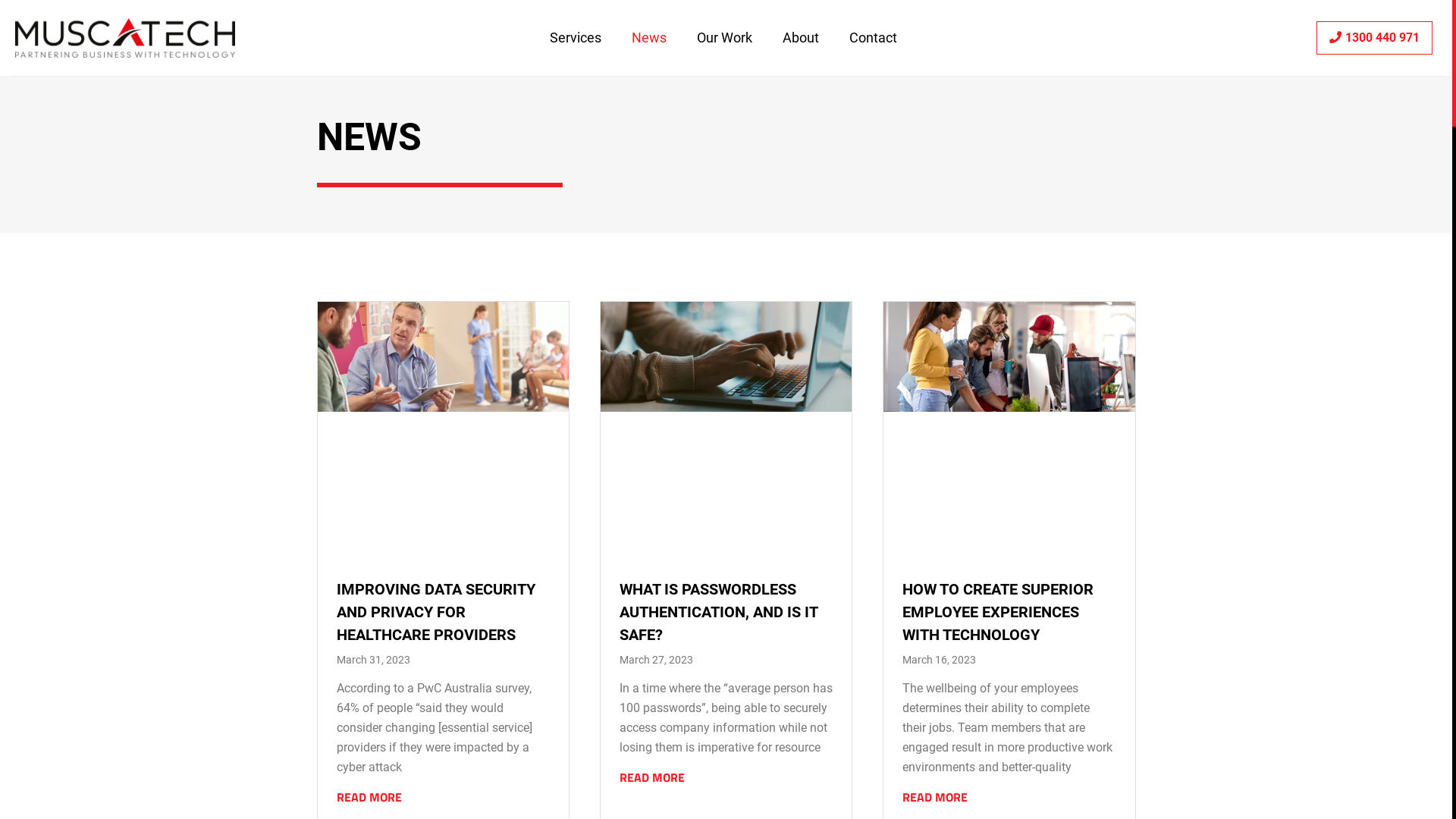 This screenshot has width=1456, height=819. What do you see at coordinates (651, 777) in the screenshot?
I see `'READ MORE'` at bounding box center [651, 777].